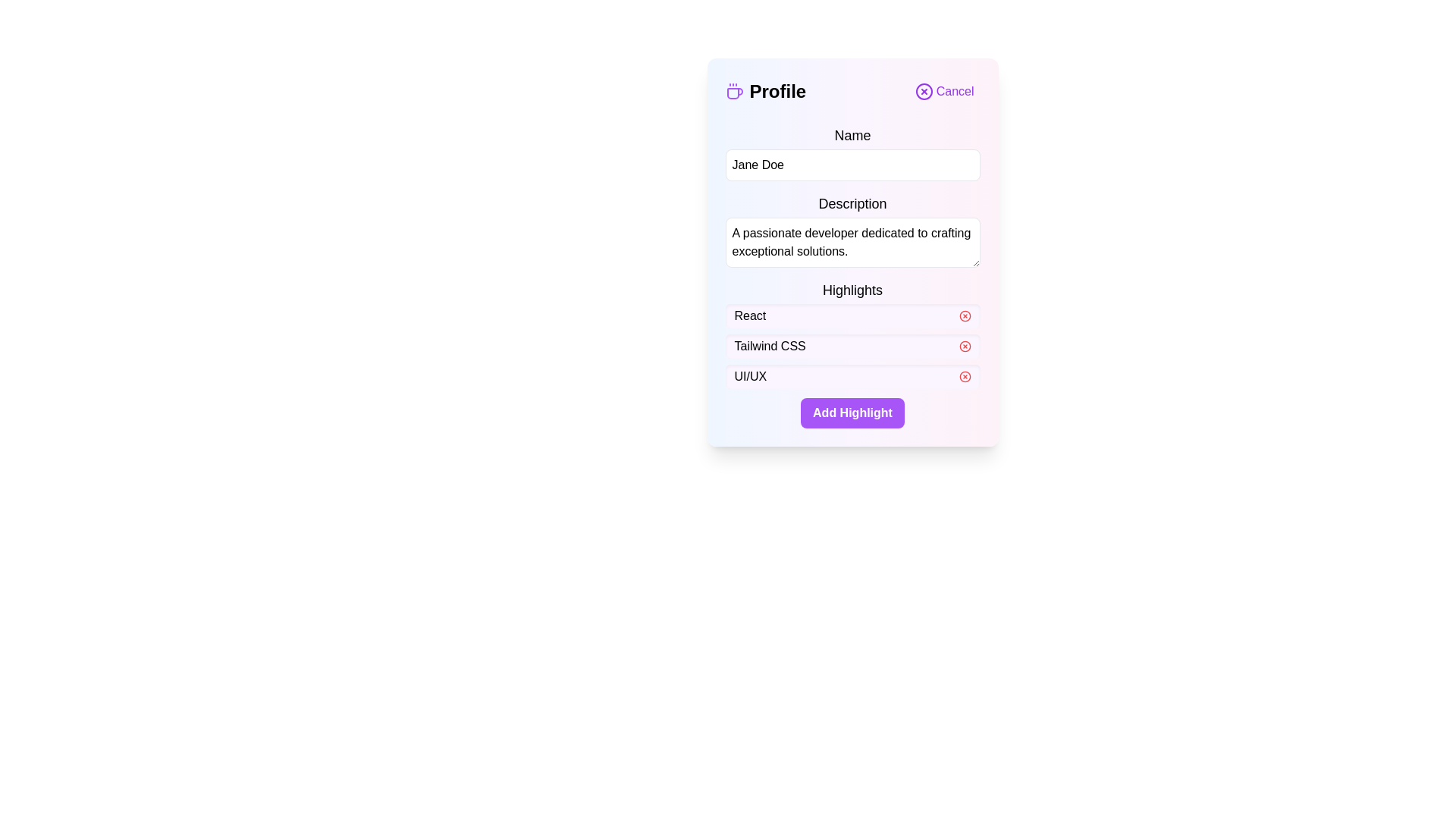 The image size is (1456, 819). What do you see at coordinates (852, 134) in the screenshot?
I see `the Text Label that serves as a contextual hint for the text input field below it, which contains the value 'Jane Doe'` at bounding box center [852, 134].